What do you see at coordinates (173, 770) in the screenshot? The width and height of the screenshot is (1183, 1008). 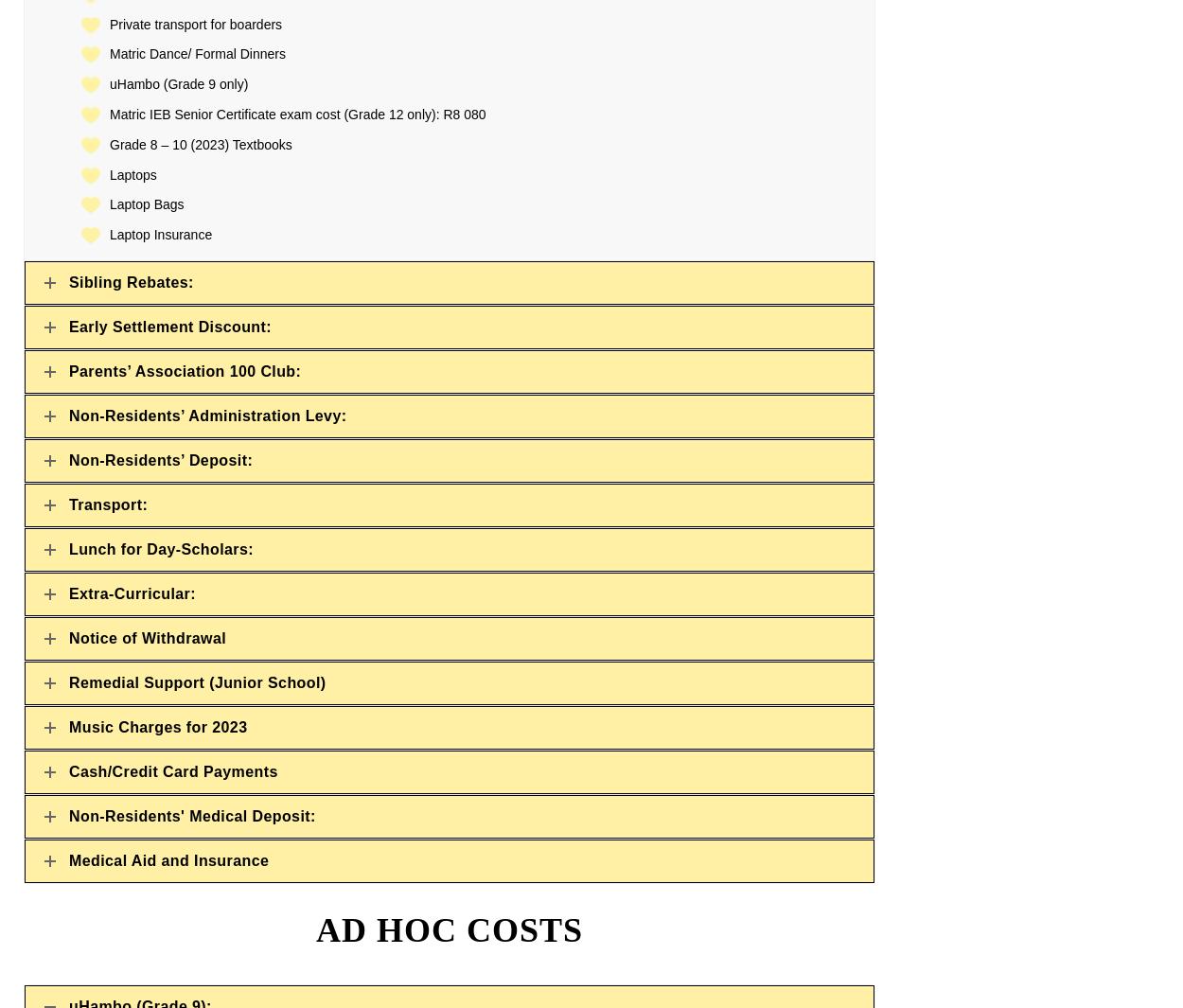 I see `'Cash/Credit Card Payments'` at bounding box center [173, 770].